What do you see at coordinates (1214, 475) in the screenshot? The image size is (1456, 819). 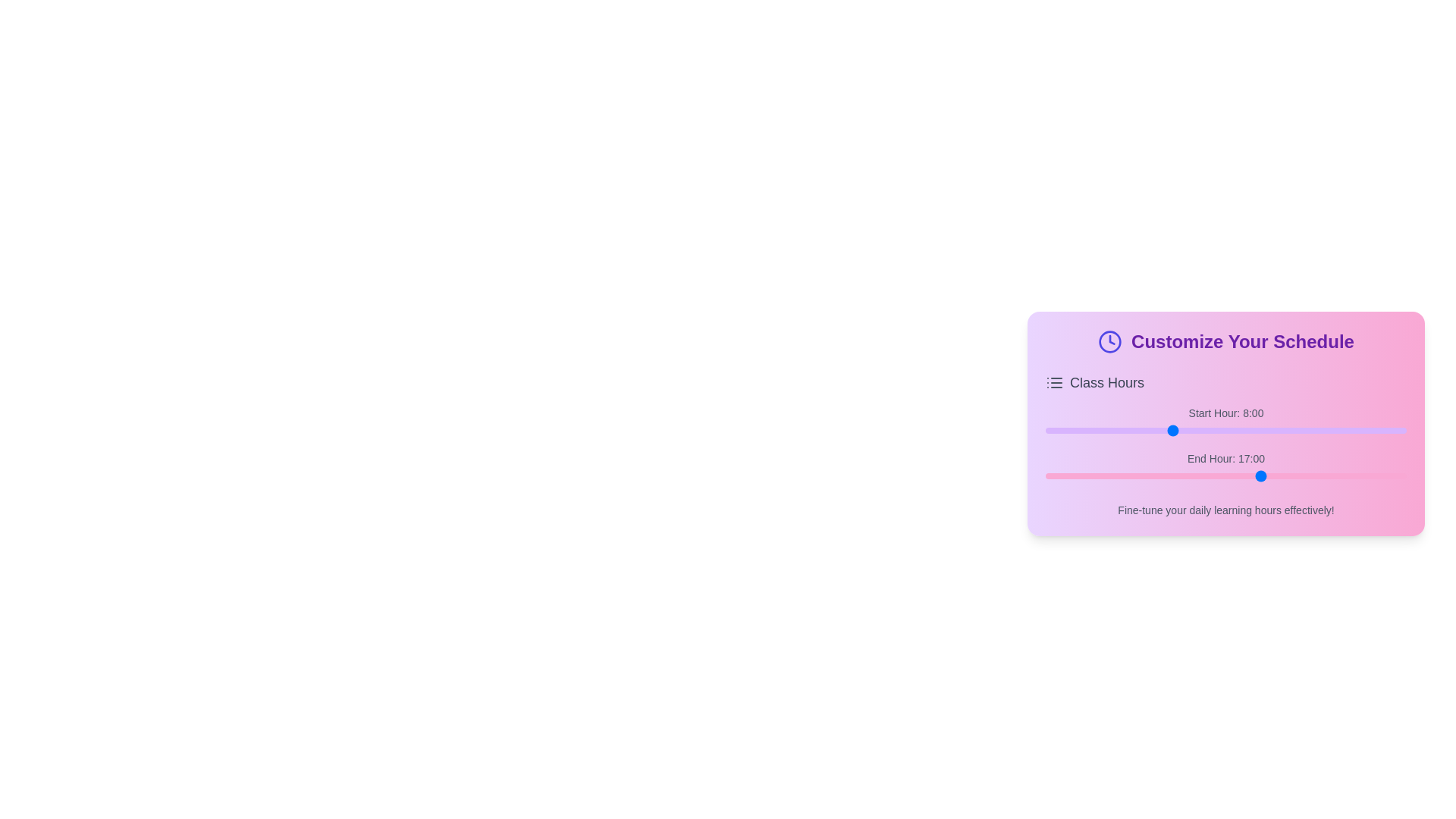 I see `the end hour slider to 15` at bounding box center [1214, 475].